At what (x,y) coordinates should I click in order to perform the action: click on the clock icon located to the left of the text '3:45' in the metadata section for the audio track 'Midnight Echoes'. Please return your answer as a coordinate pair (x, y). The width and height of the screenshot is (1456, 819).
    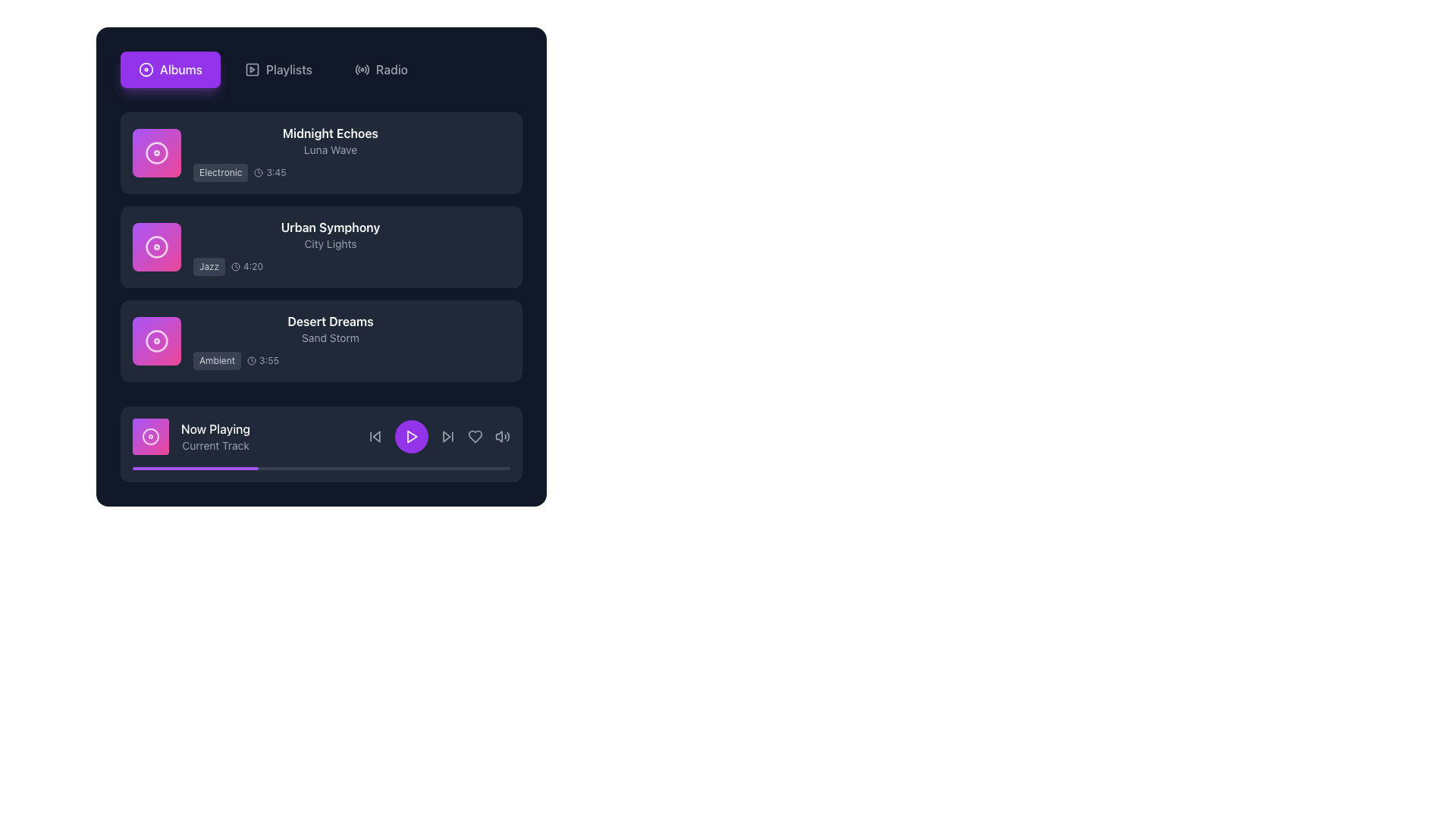
    Looking at the image, I should click on (259, 171).